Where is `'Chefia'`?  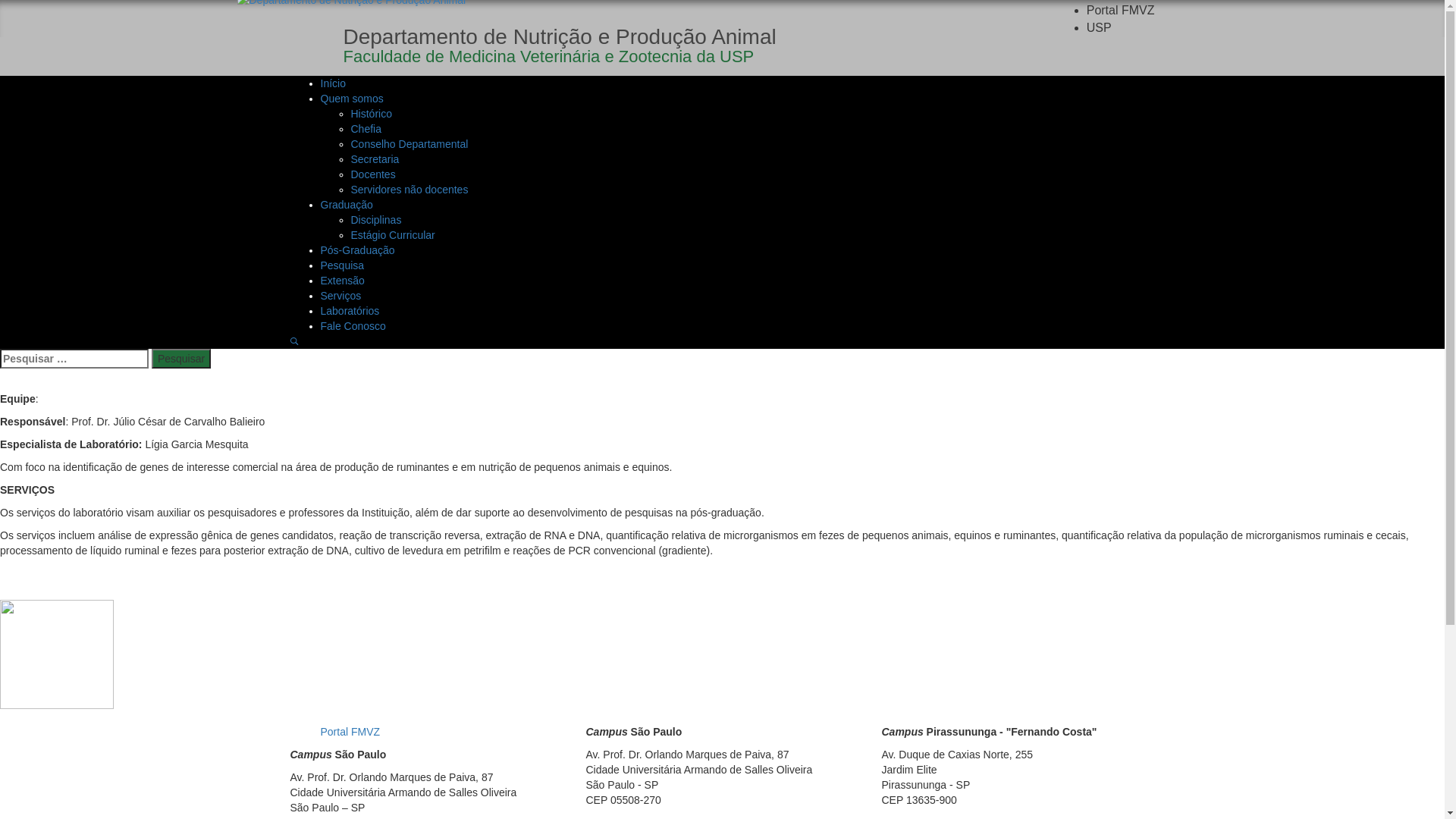 'Chefia' is located at coordinates (365, 127).